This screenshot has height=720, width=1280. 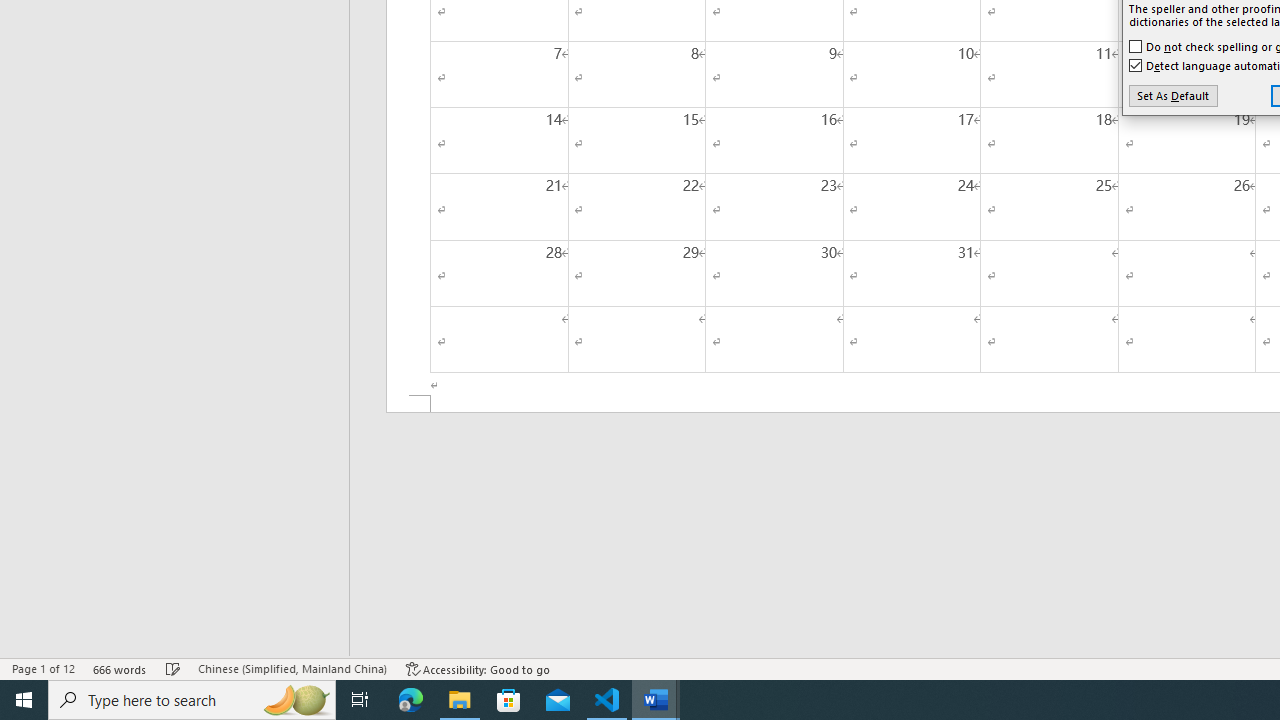 I want to click on 'Accessibility Checker Accessibility: Good to go', so click(x=477, y=669).